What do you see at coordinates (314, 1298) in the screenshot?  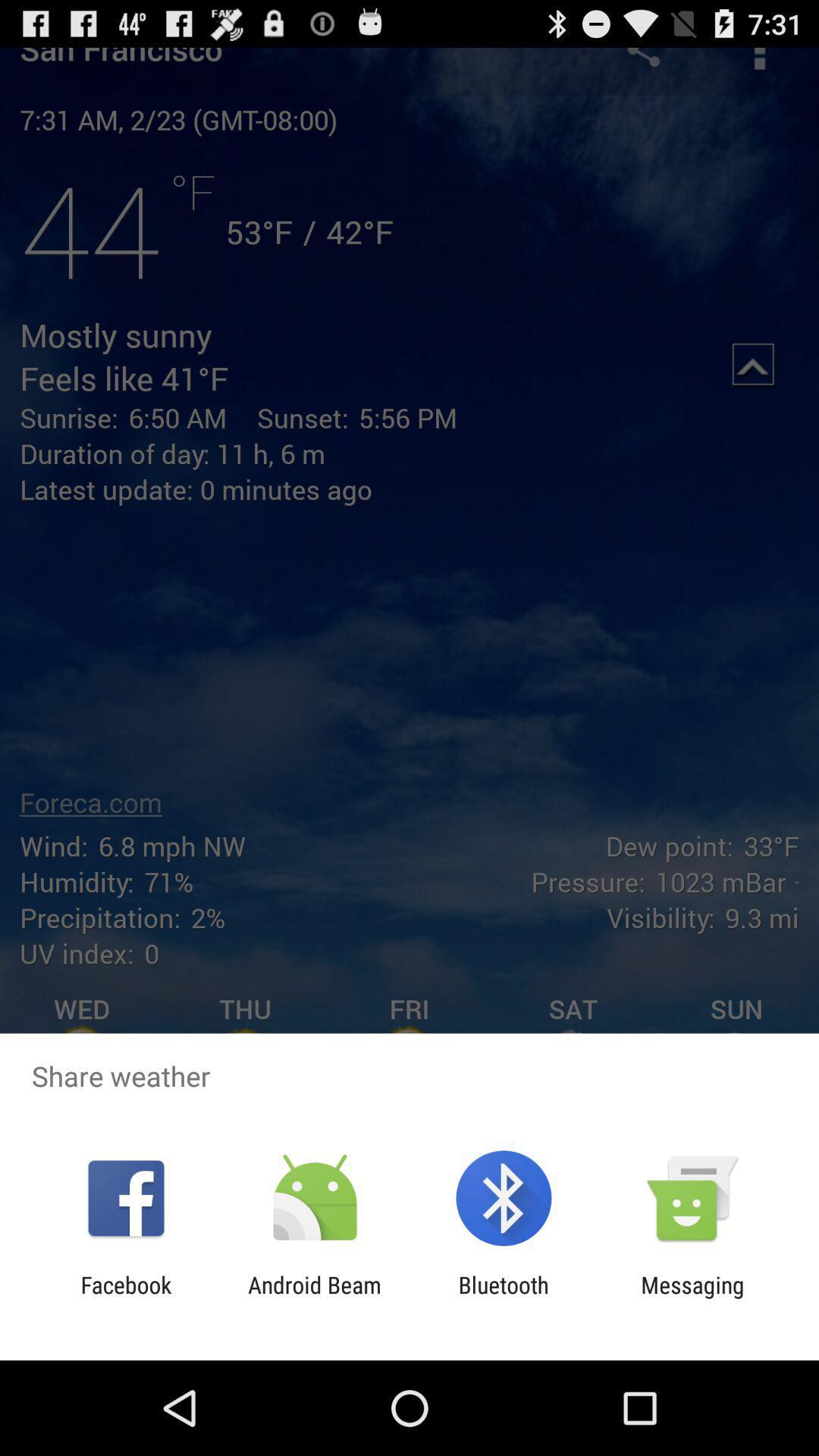 I see `android beam icon` at bounding box center [314, 1298].